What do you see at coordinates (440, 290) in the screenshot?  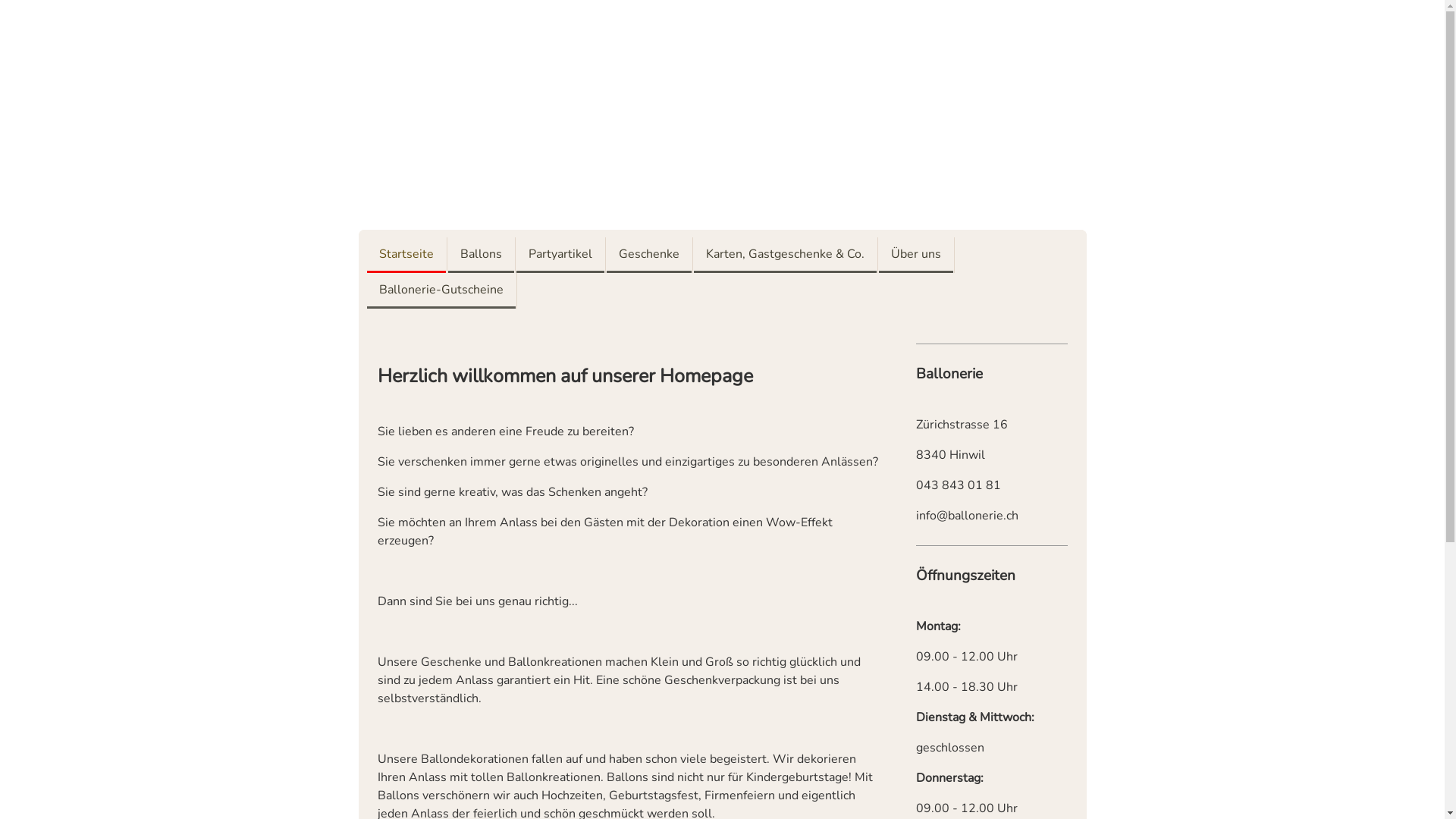 I see `'Ballonerie-Gutscheine'` at bounding box center [440, 290].